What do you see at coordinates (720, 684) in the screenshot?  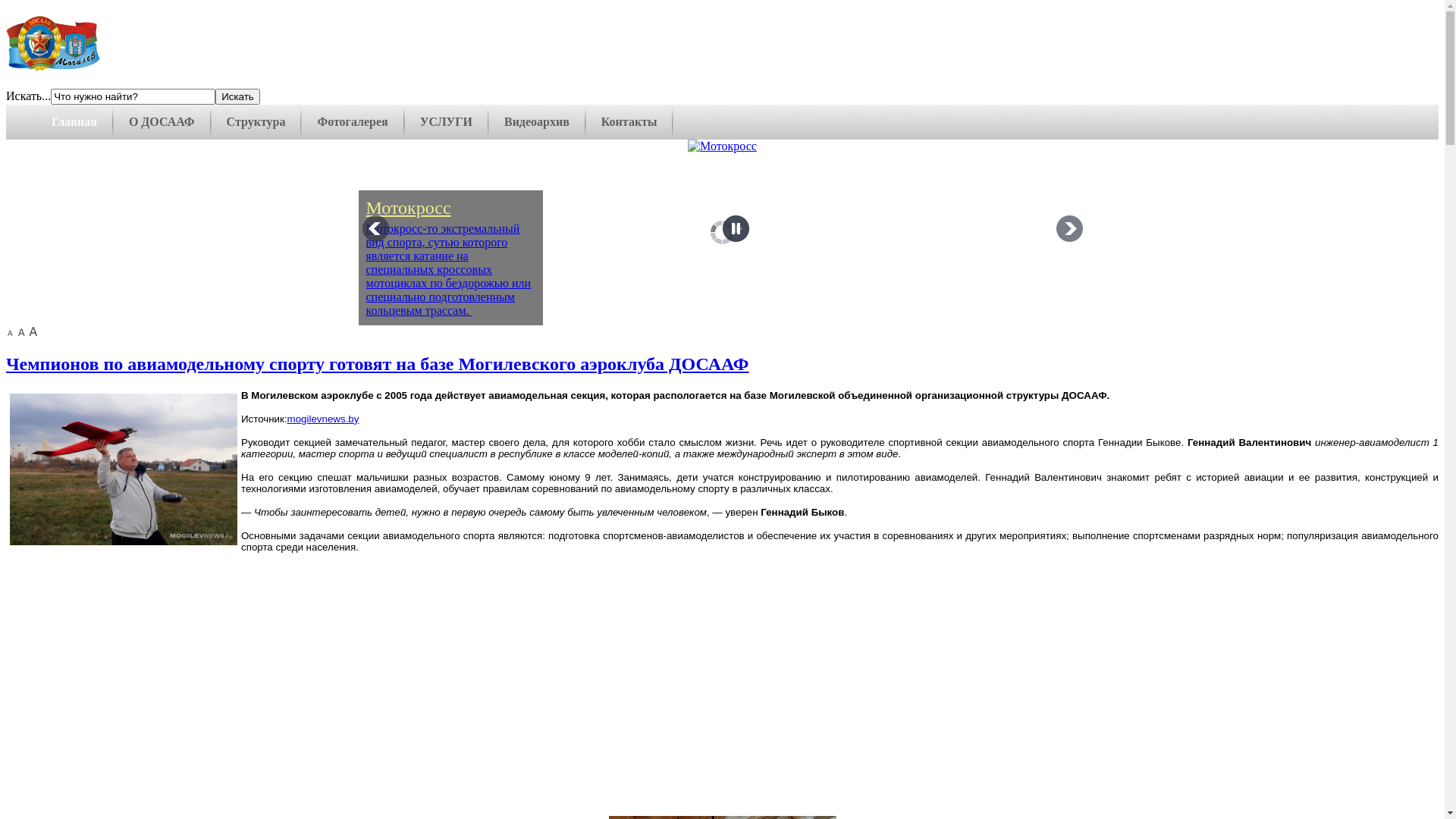 I see `'YouTube video player'` at bounding box center [720, 684].